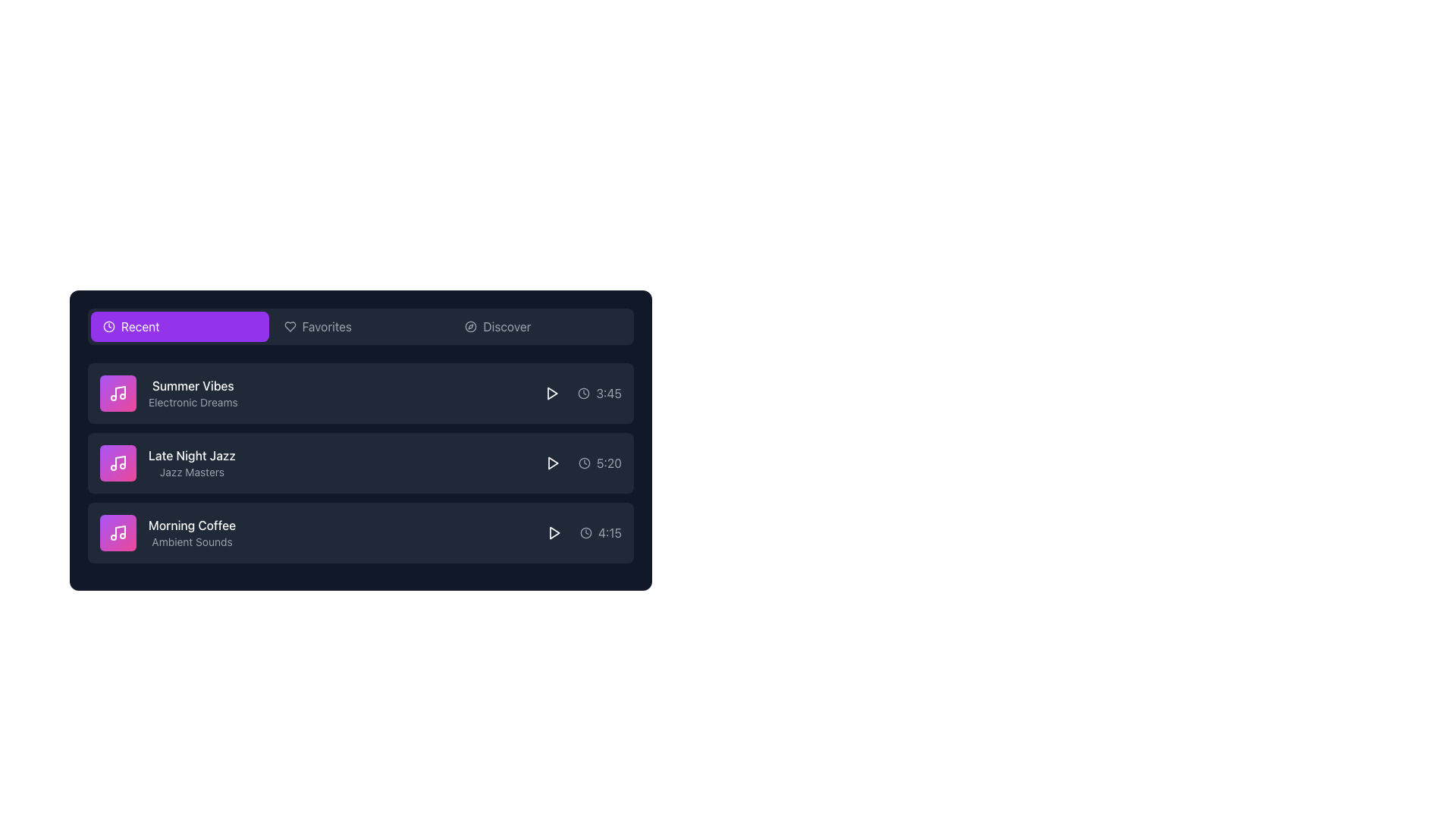  What do you see at coordinates (359, 532) in the screenshot?
I see `the third track item` at bounding box center [359, 532].